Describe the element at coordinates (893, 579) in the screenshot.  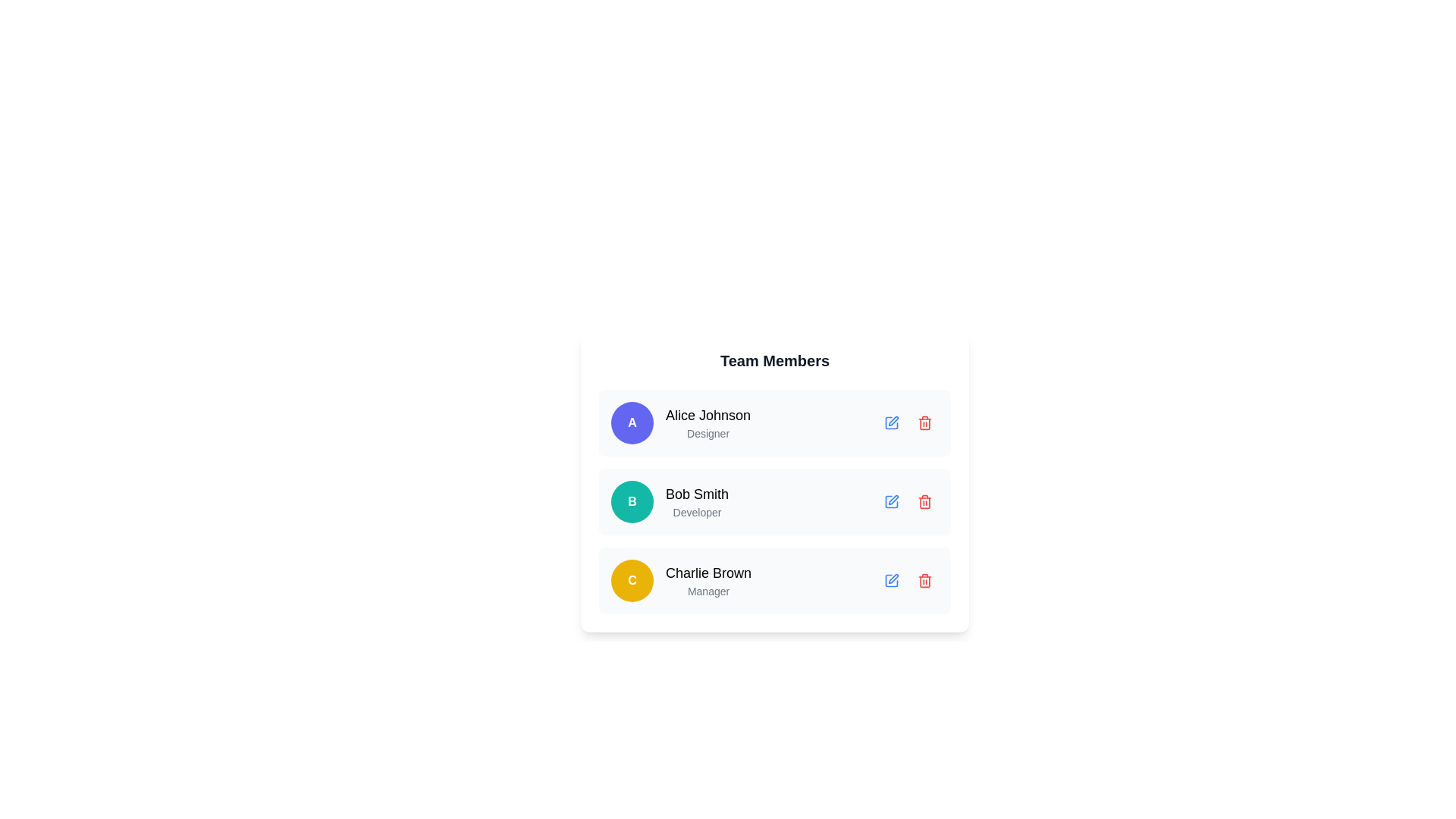
I see `the edit icon, which is a pen icon located to the right of the text 'Charlie Brown', to initiate editing` at that location.